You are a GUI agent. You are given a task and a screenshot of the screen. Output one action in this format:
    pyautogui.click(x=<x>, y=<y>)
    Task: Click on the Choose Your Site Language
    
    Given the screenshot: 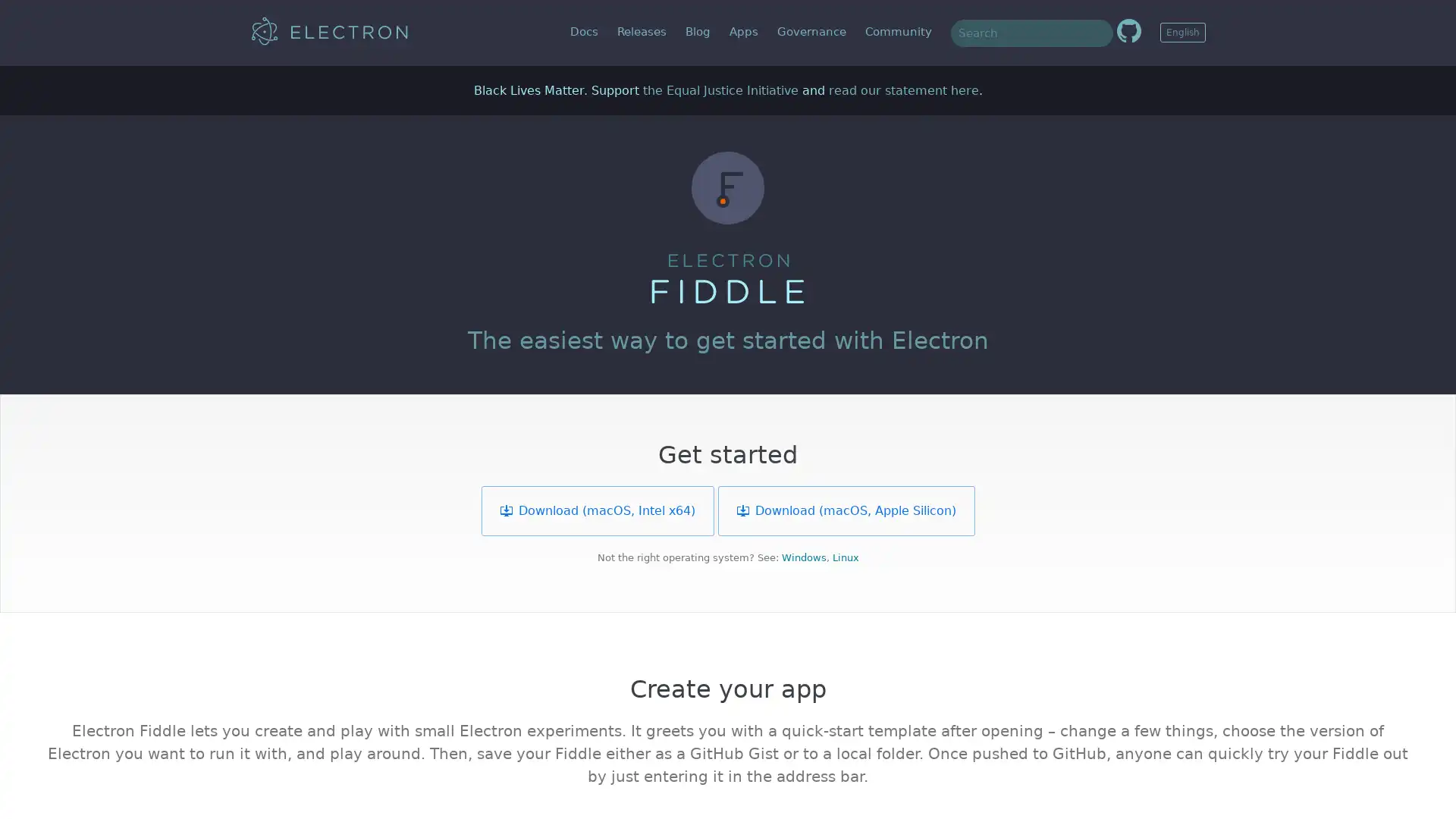 What is the action you would take?
    pyautogui.click(x=1182, y=32)
    